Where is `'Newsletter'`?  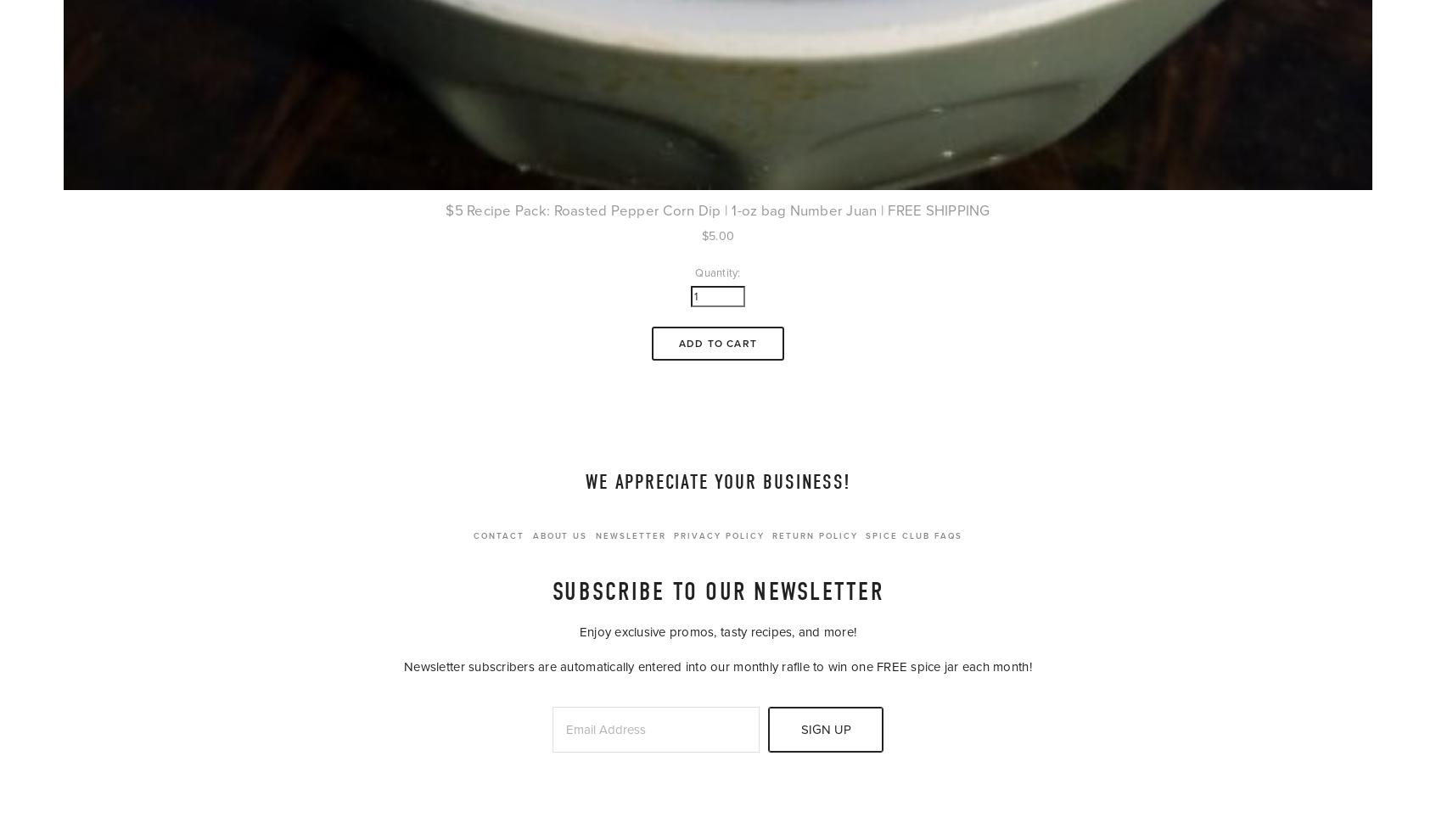
'Newsletter' is located at coordinates (596, 535).